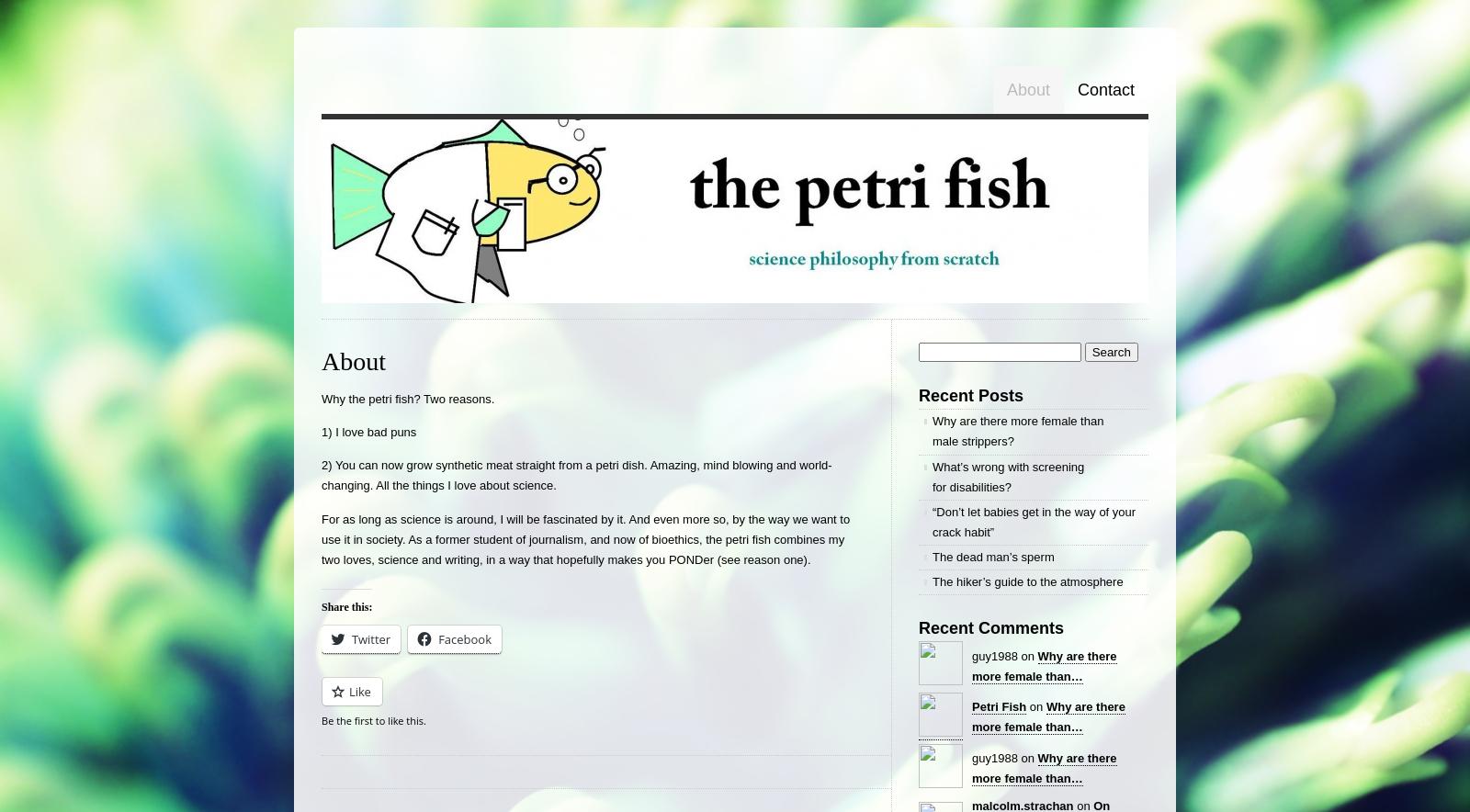  Describe the element at coordinates (367, 432) in the screenshot. I see `'1) I love bad puns'` at that location.